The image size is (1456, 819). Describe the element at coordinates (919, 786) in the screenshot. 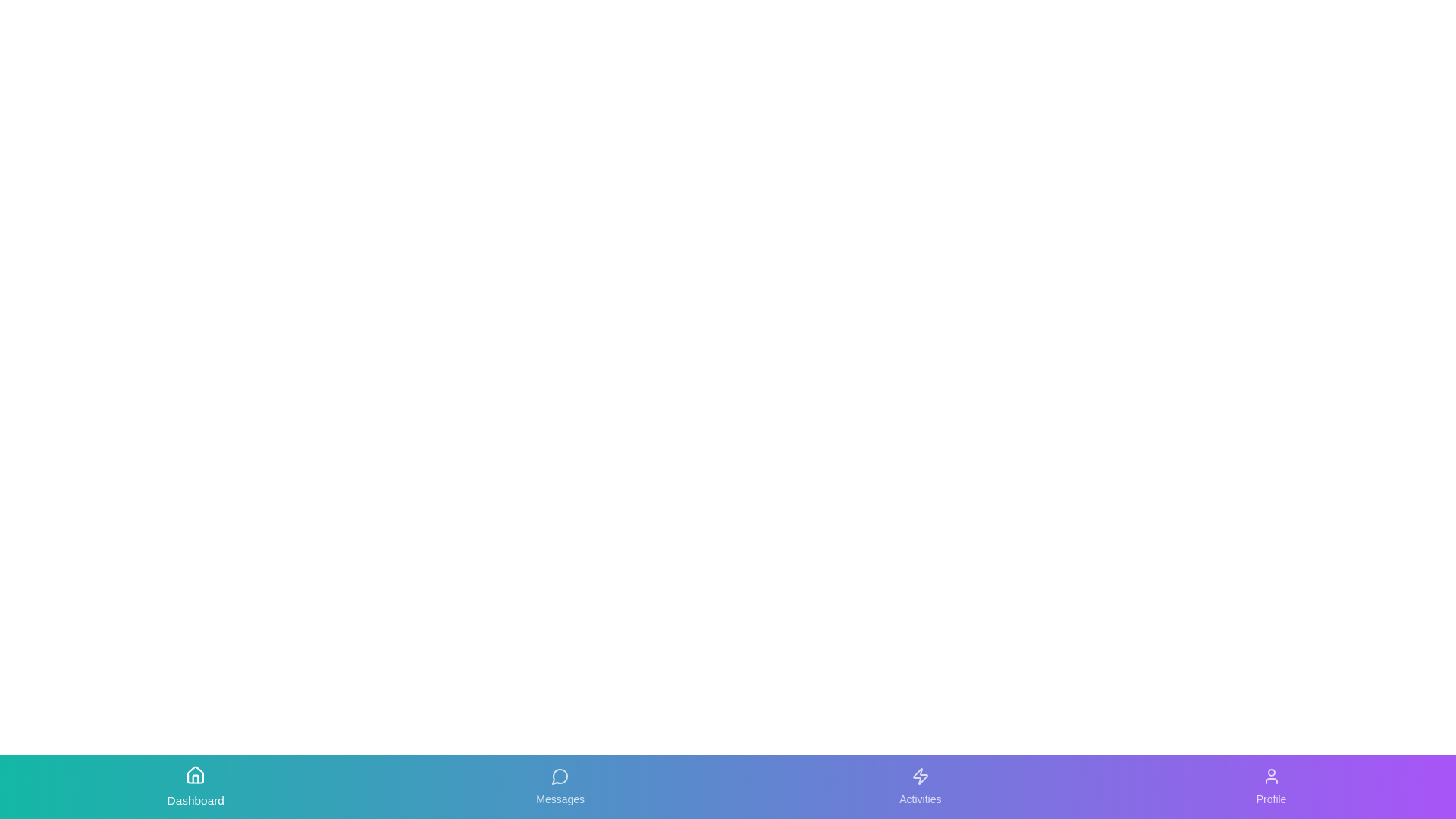

I see `the Activities tab in the navigation bar` at that location.